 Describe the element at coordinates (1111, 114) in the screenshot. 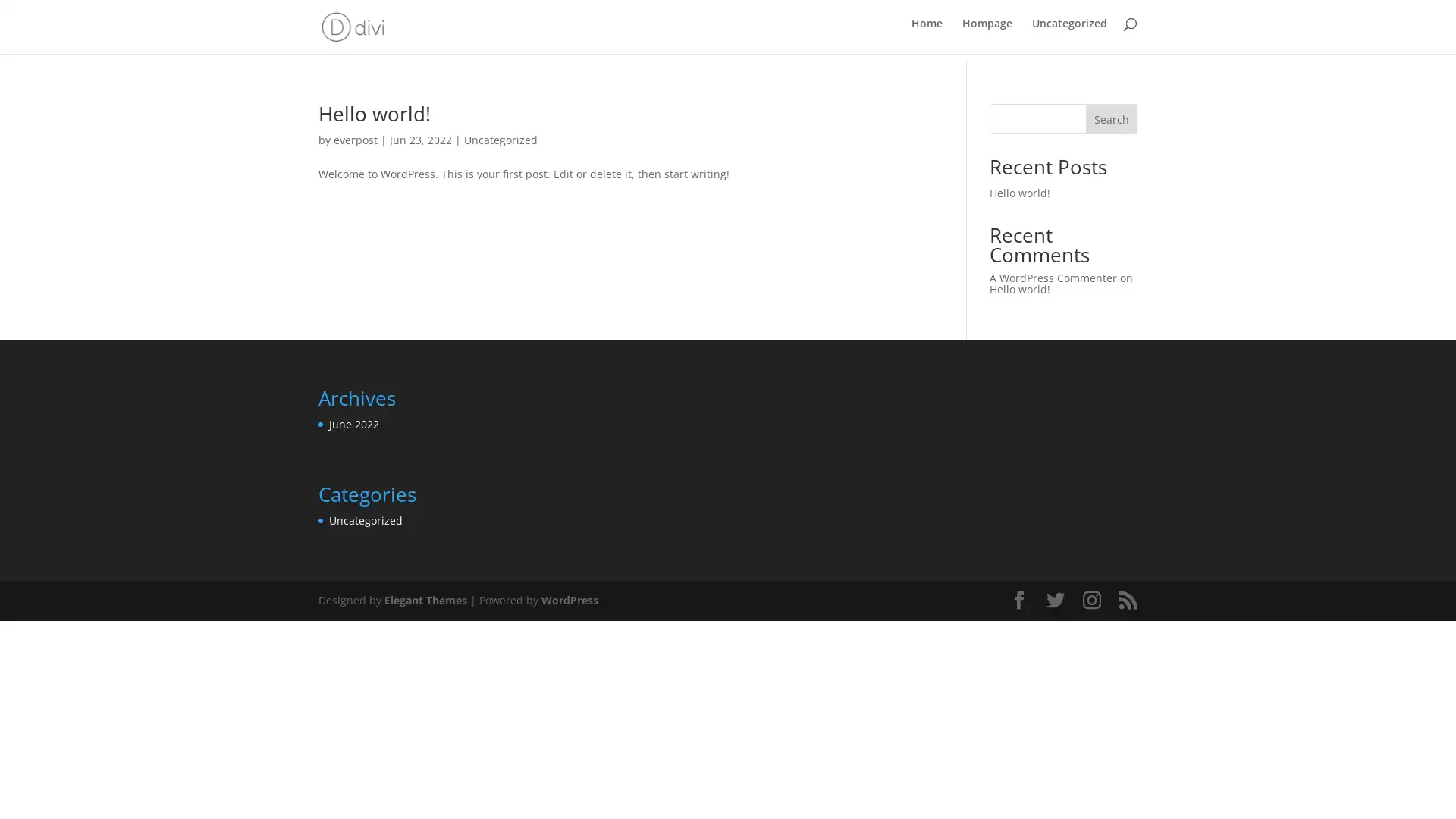

I see `Search` at that location.